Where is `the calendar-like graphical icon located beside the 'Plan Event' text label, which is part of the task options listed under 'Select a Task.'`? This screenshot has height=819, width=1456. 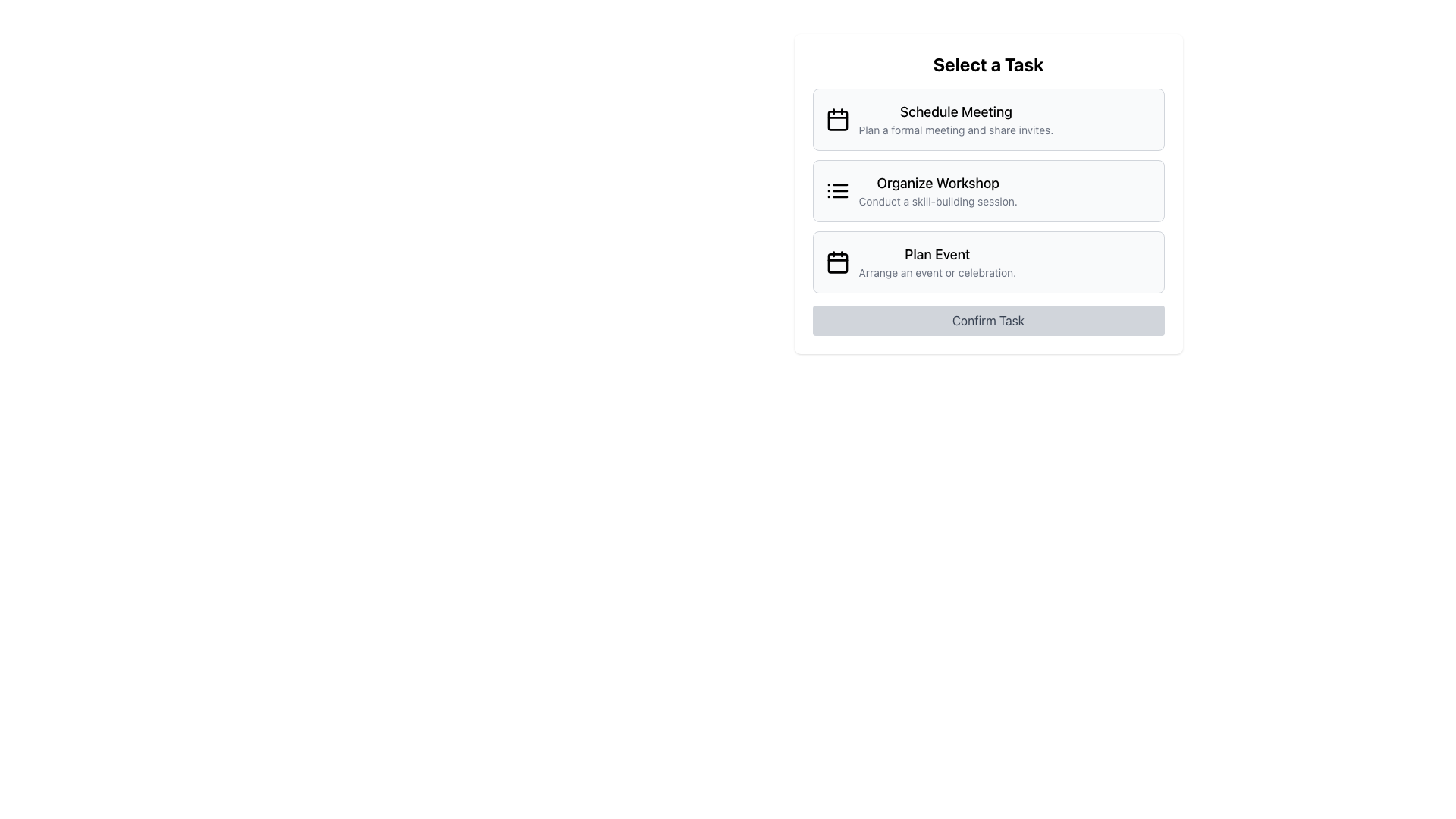 the calendar-like graphical icon located beside the 'Plan Event' text label, which is part of the task options listed under 'Select a Task.' is located at coordinates (836, 262).